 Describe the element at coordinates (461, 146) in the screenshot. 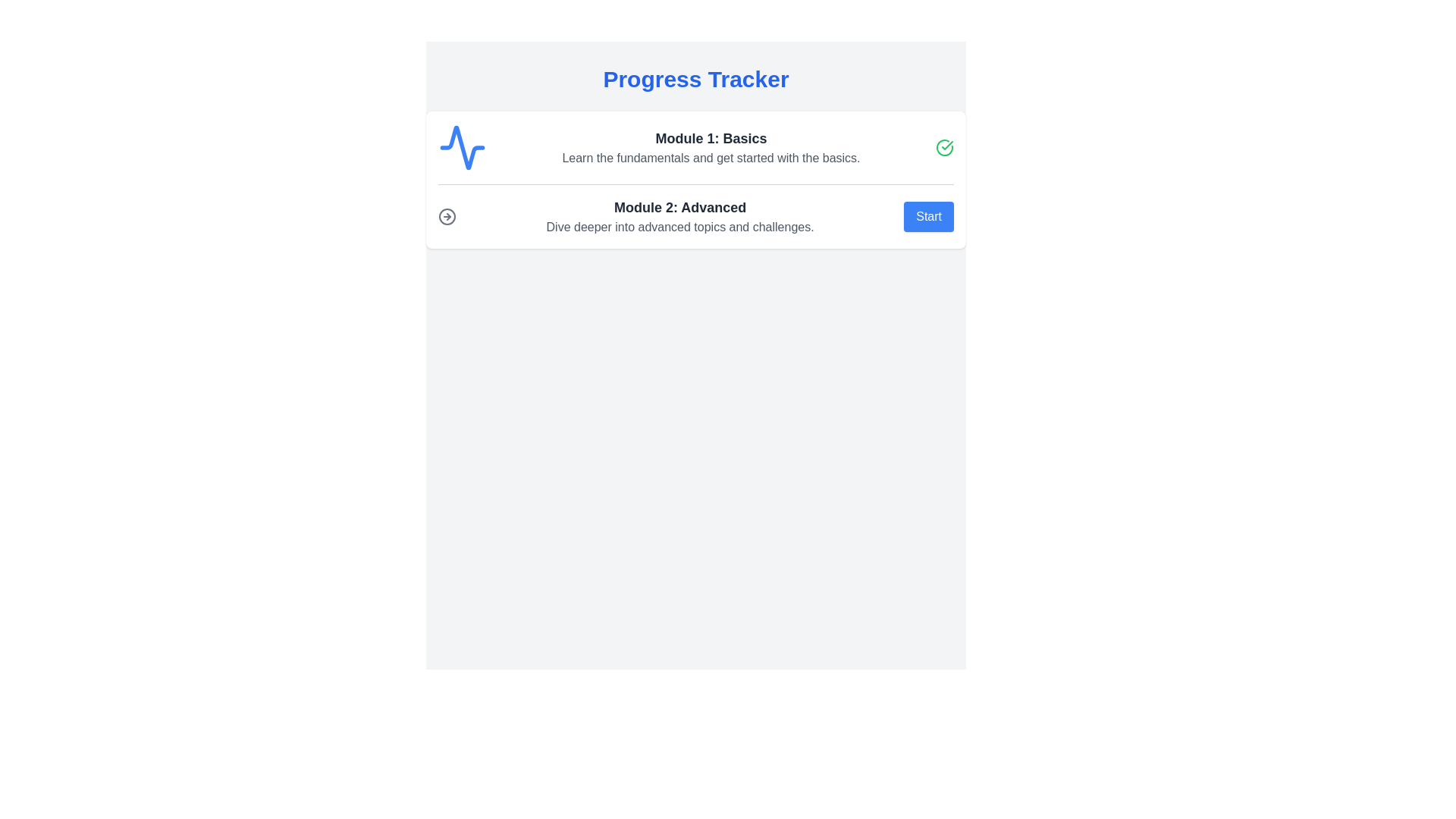

I see `the activity or progress icon for 'Module 1: Basics' located in the first card of the progress tracker interface, positioned slightly left of the corresponding text` at that location.